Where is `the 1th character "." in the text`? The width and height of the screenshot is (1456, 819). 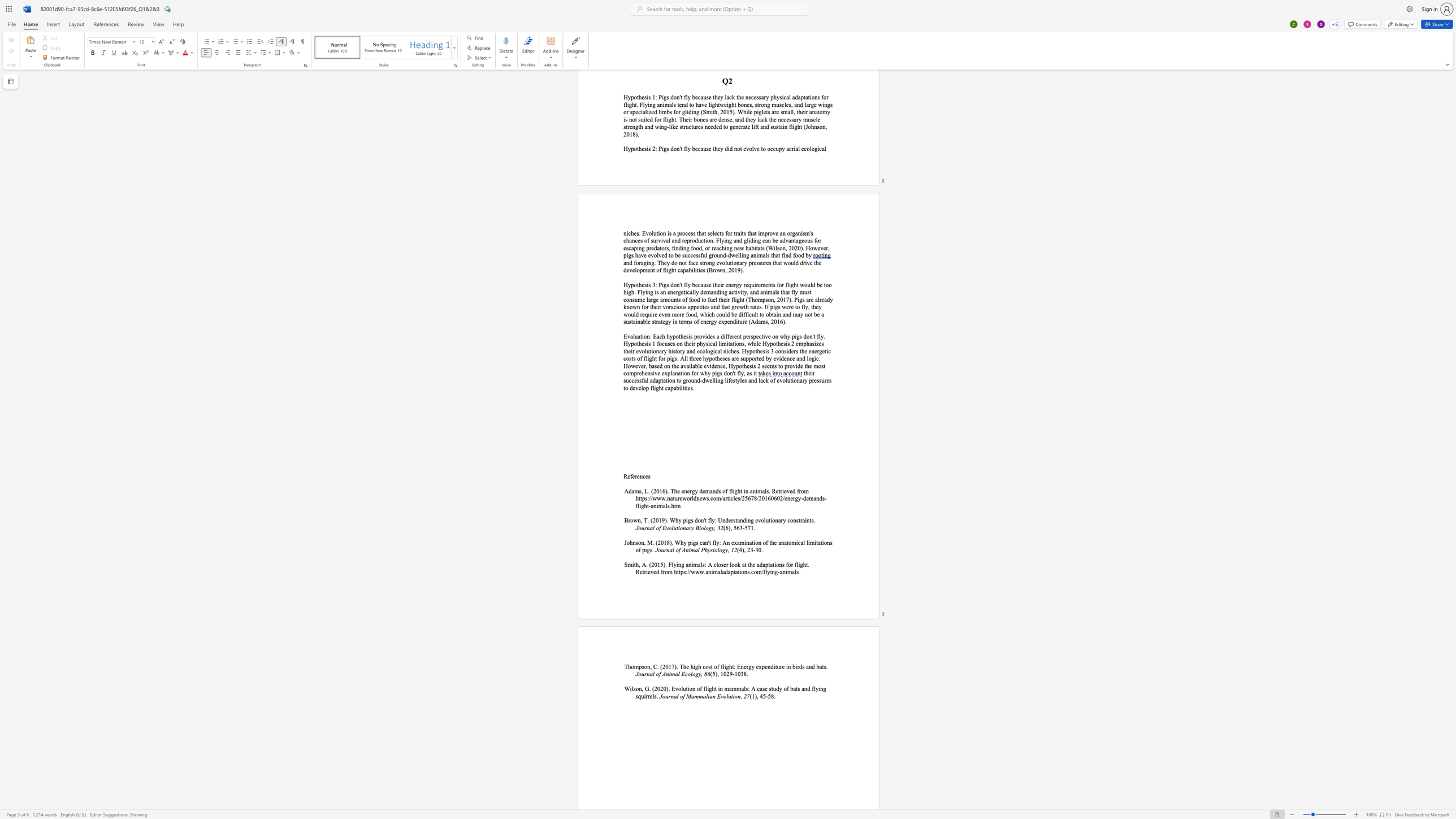
the 1th character "." in the text is located at coordinates (656, 696).